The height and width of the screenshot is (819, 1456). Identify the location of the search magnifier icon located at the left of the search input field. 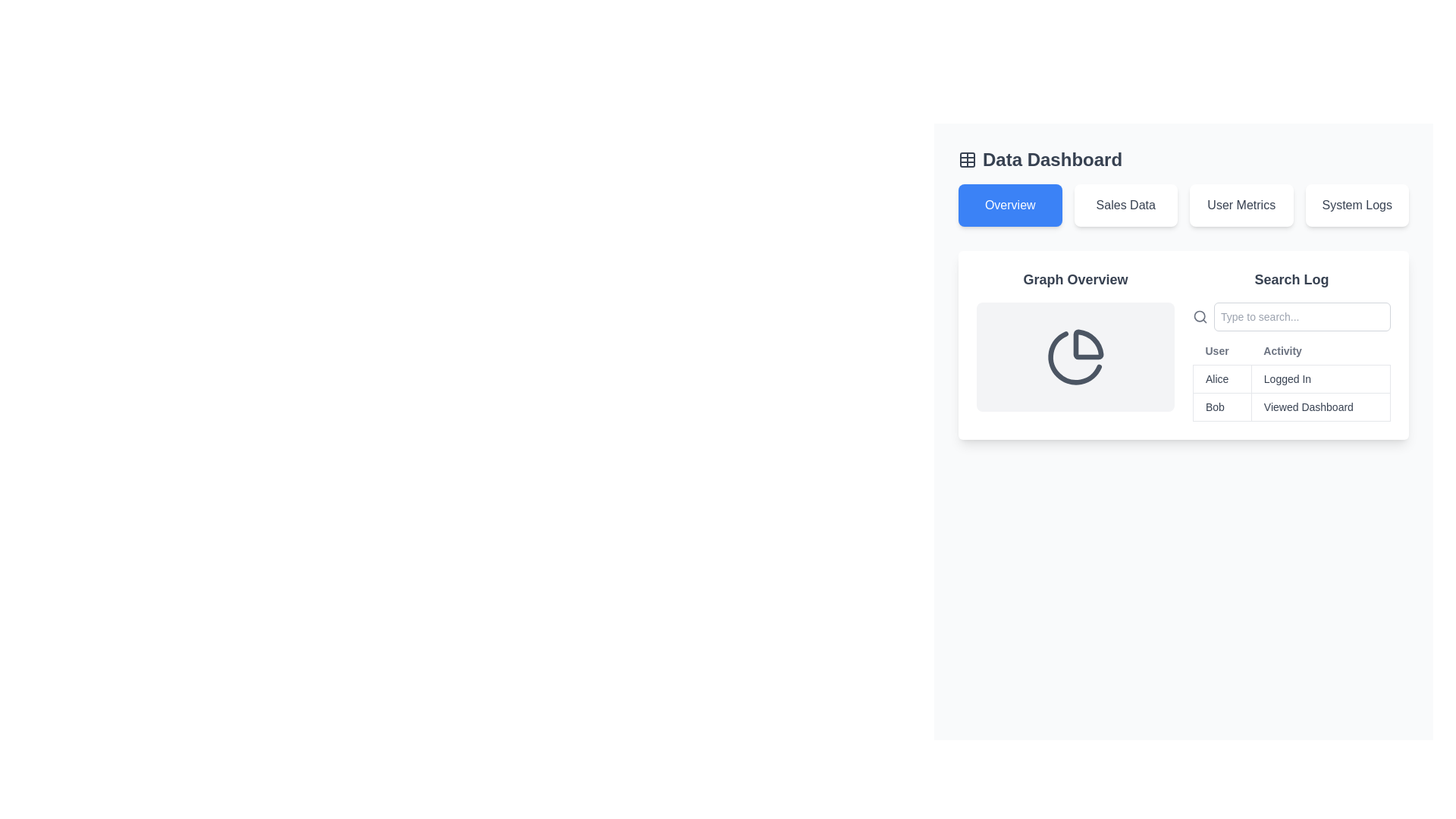
(1200, 315).